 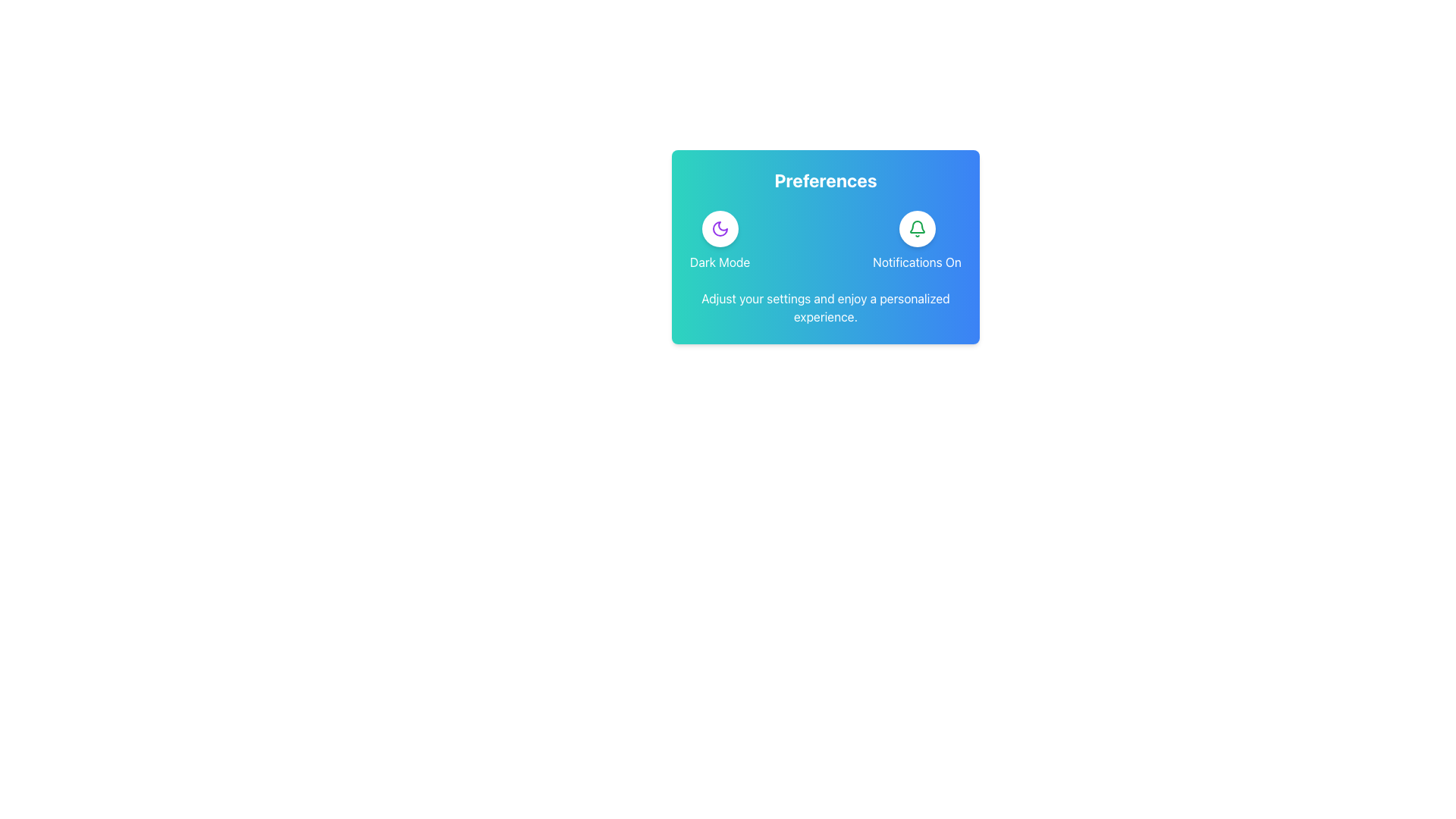 What do you see at coordinates (719, 228) in the screenshot?
I see `the crescent moon icon in the 'Preferences' panel` at bounding box center [719, 228].